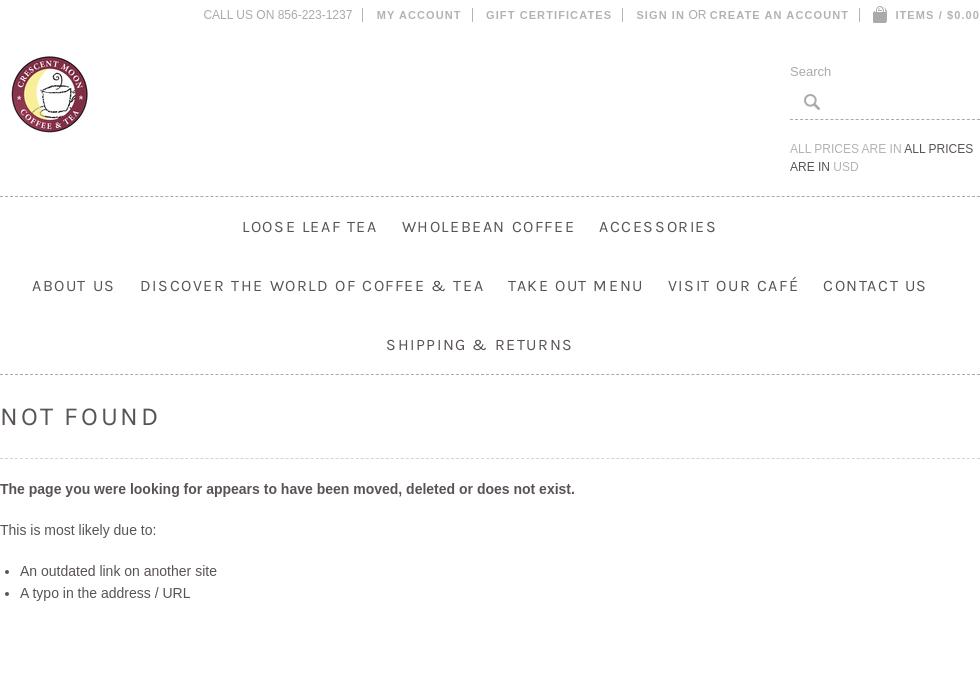  I want to click on 'Visit Our Café', so click(733, 284).